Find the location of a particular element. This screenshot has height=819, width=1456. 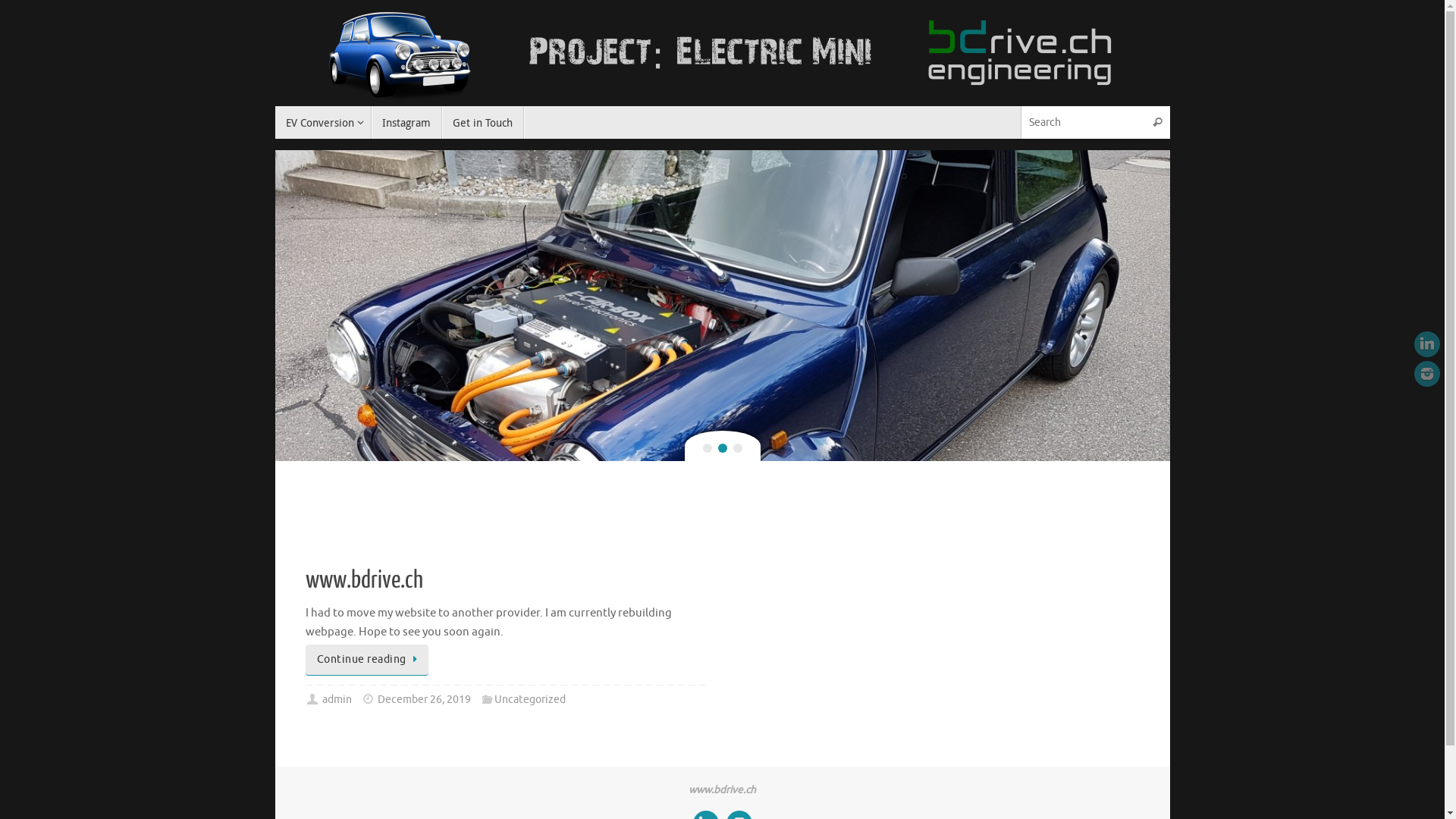

'3' is located at coordinates (737, 447).